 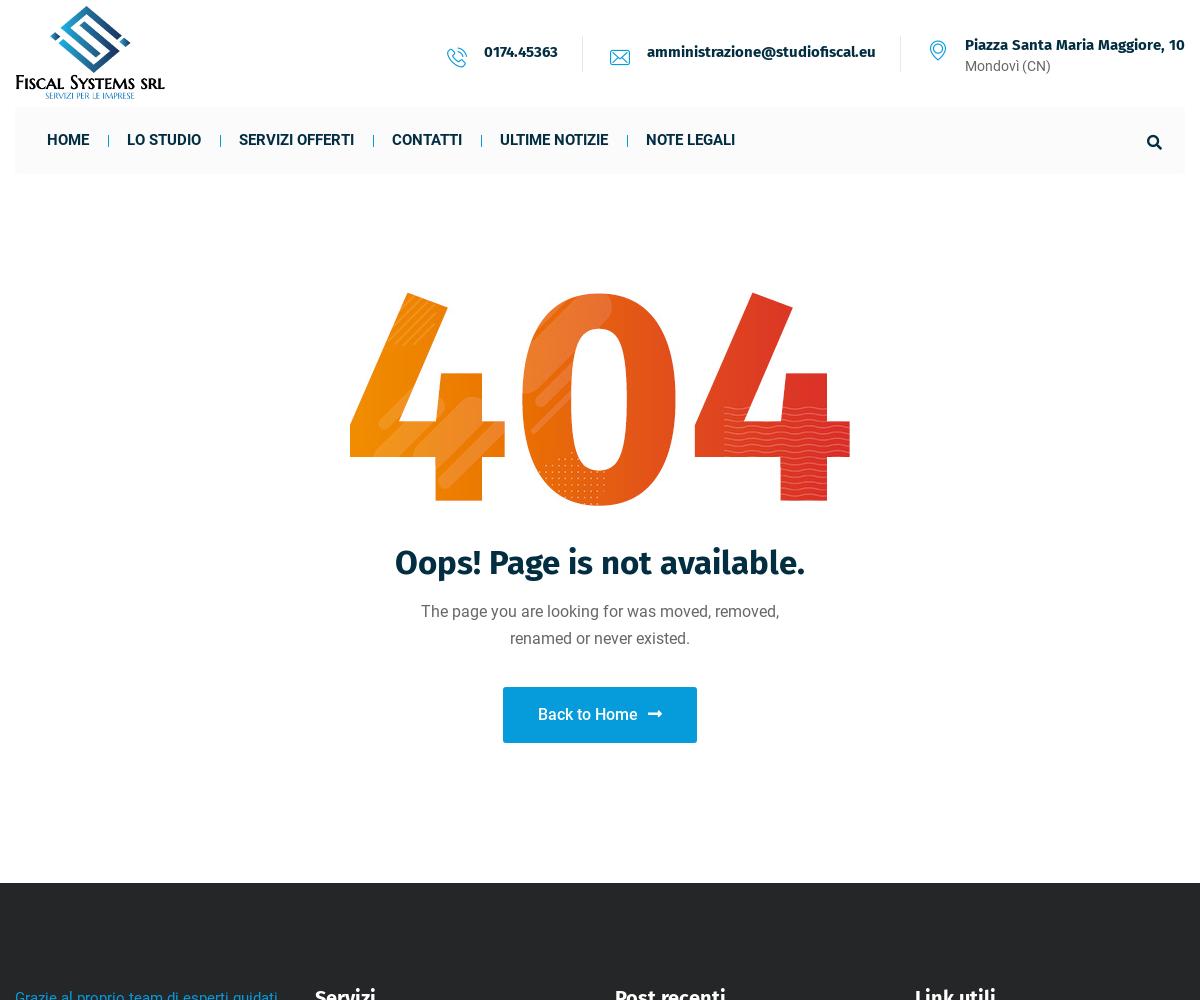 What do you see at coordinates (126, 140) in the screenshot?
I see `'Lo studio'` at bounding box center [126, 140].